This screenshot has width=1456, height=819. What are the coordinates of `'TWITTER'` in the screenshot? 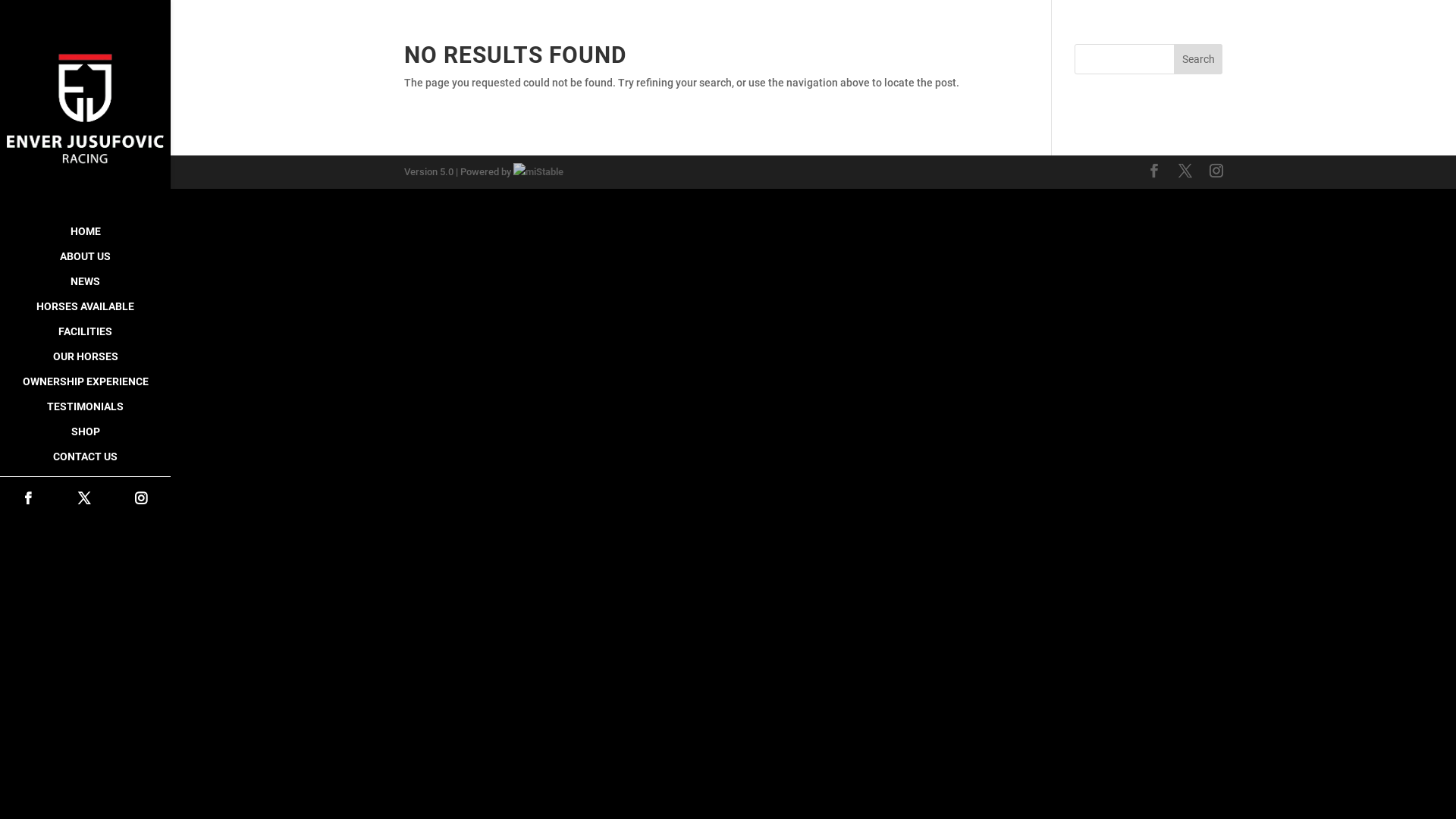 It's located at (83, 499).